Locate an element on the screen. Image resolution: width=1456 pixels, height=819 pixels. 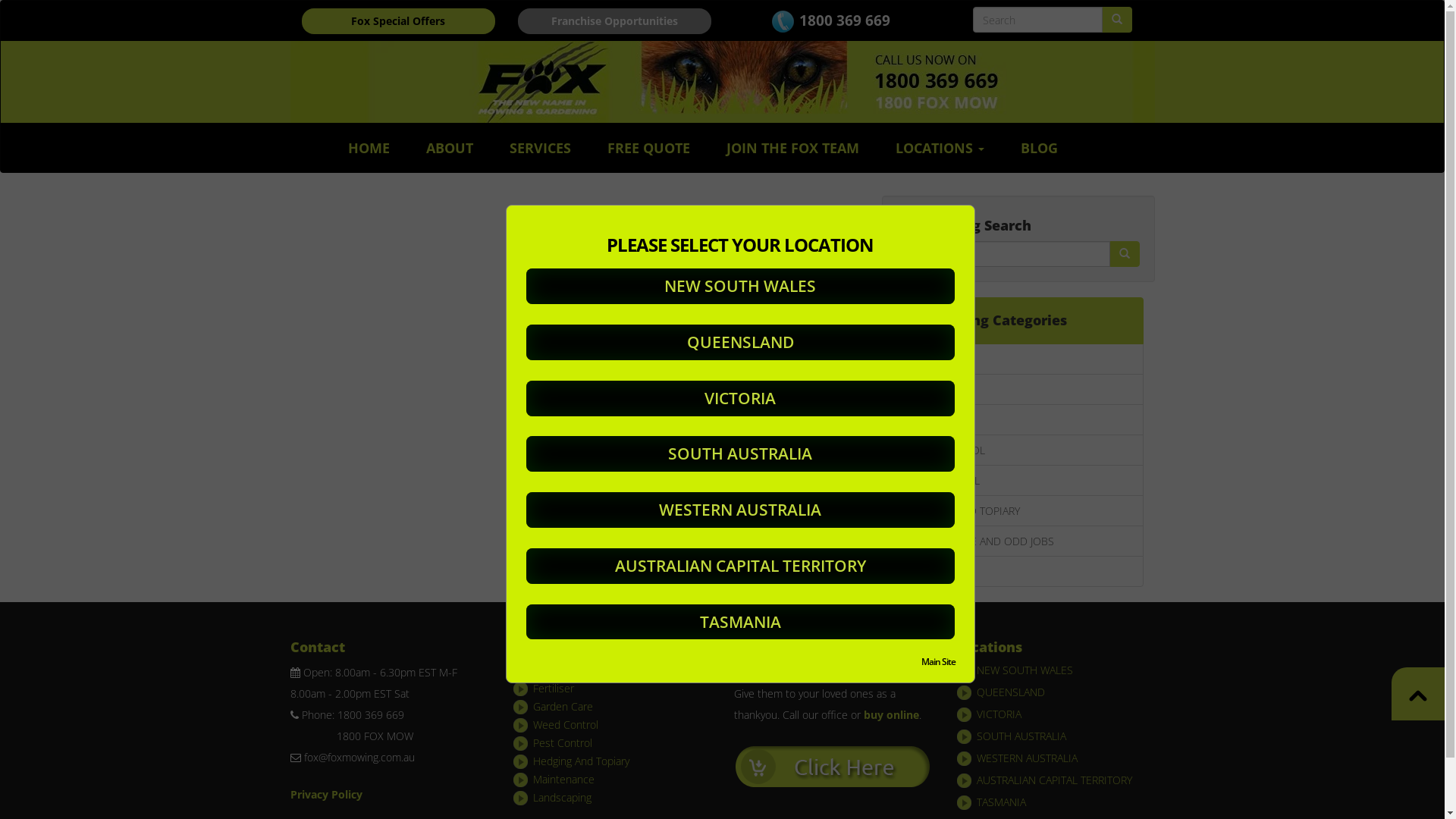
'LOCATIONS' is located at coordinates (939, 148).